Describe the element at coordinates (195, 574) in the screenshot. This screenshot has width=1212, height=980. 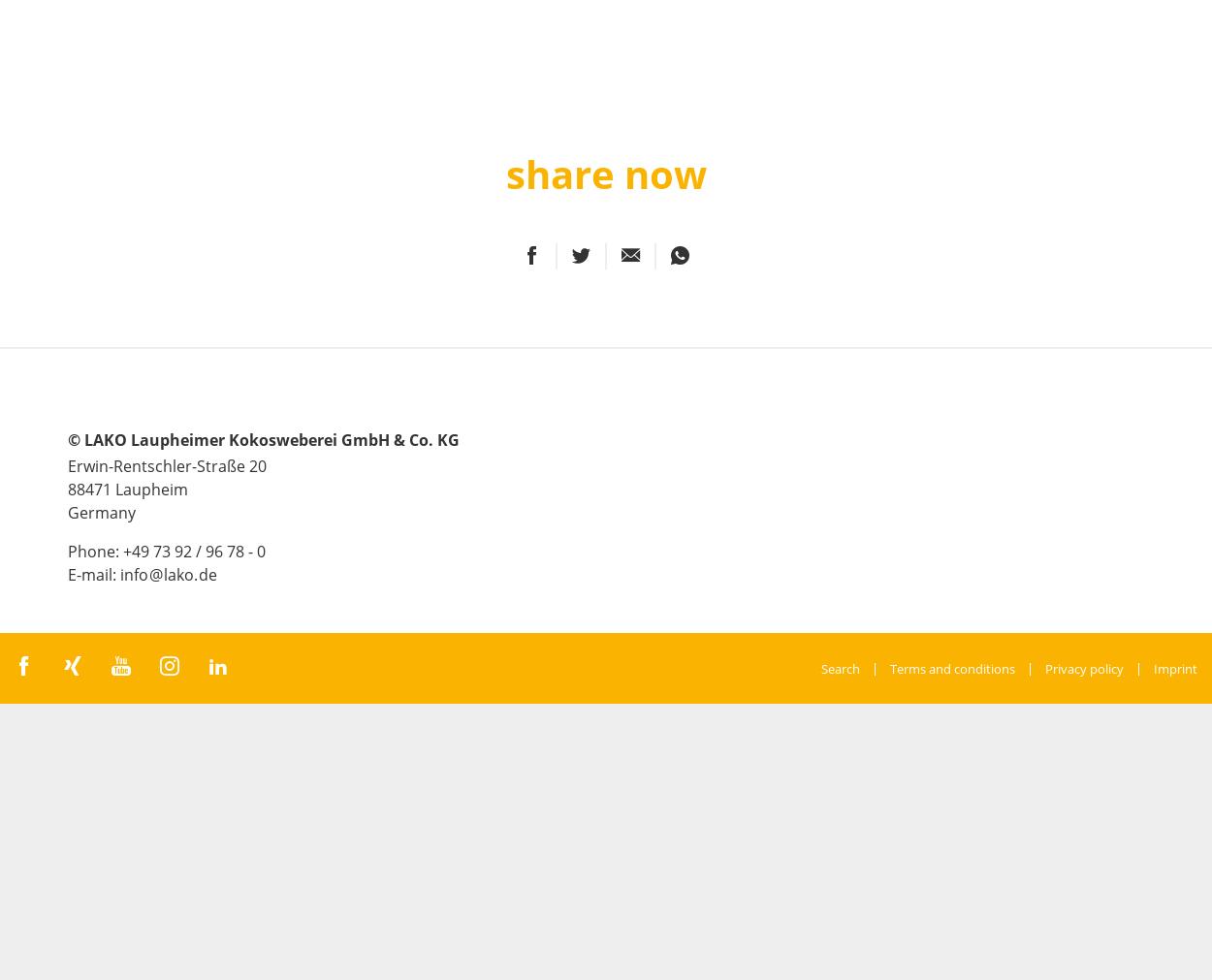
I see `'.'` at that location.